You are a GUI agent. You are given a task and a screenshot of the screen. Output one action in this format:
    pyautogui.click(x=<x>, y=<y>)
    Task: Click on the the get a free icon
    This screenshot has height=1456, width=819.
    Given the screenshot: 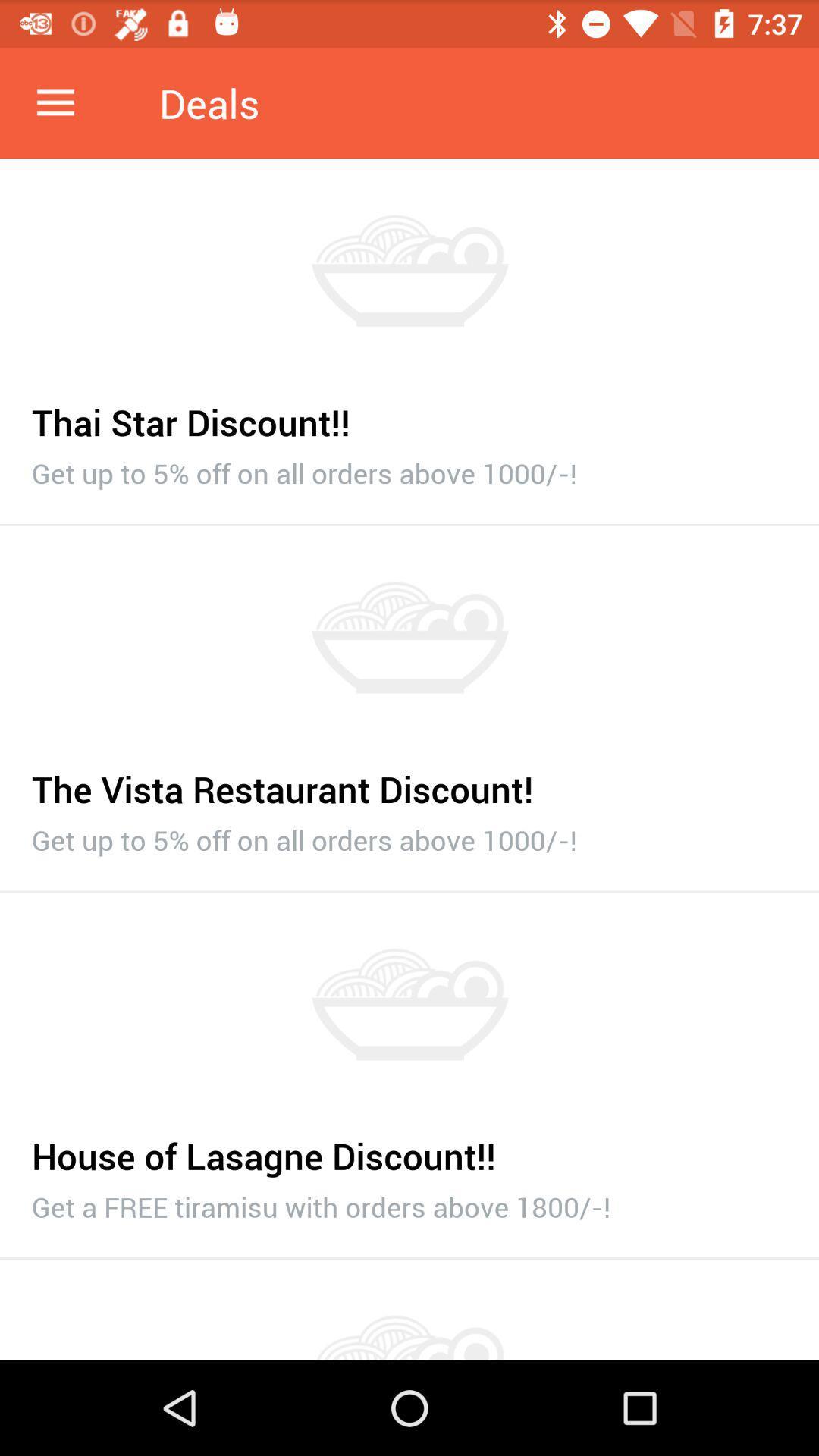 What is the action you would take?
    pyautogui.click(x=409, y=1202)
    